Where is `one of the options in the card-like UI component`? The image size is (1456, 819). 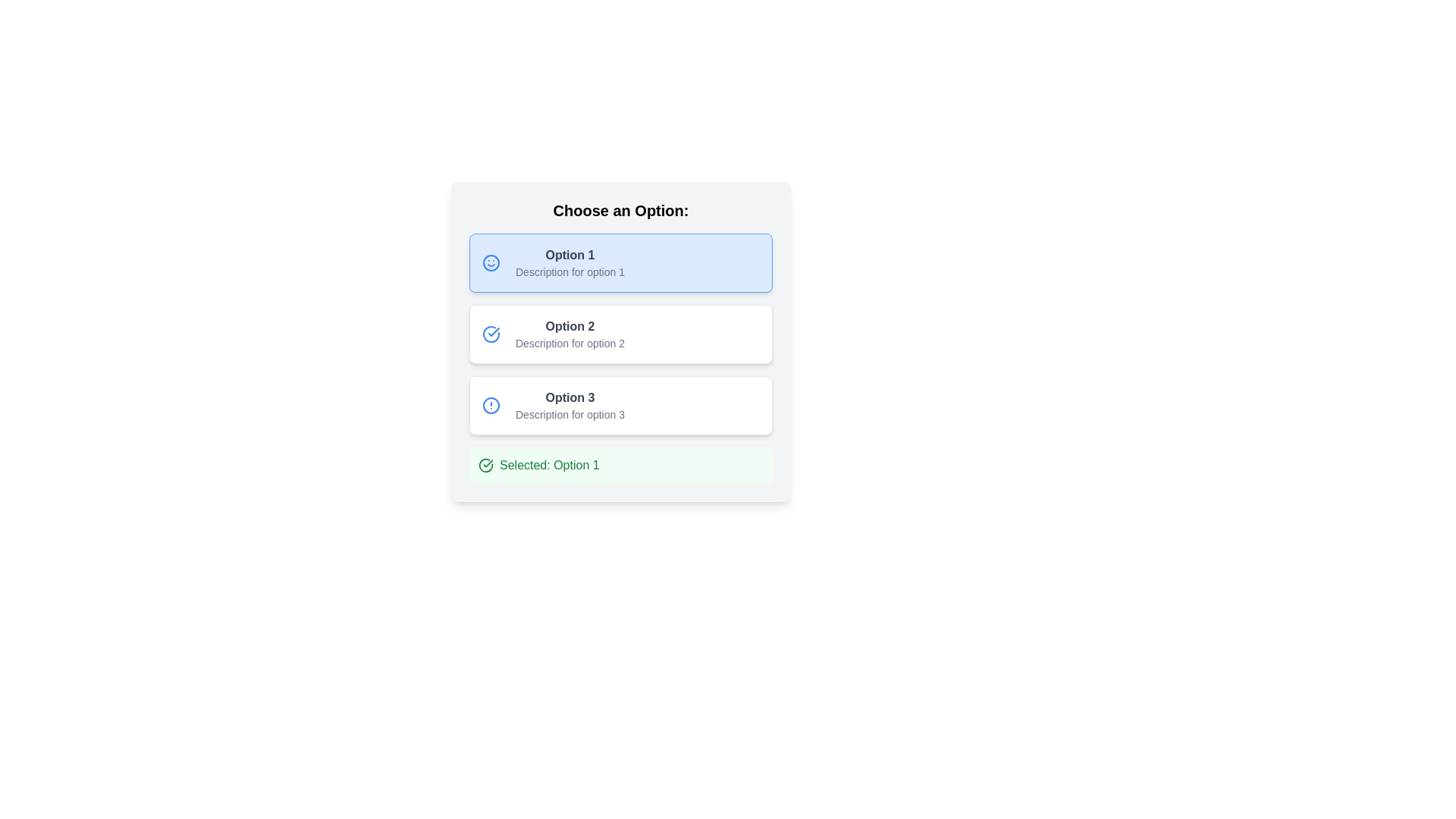 one of the options in the card-like UI component is located at coordinates (621, 342).